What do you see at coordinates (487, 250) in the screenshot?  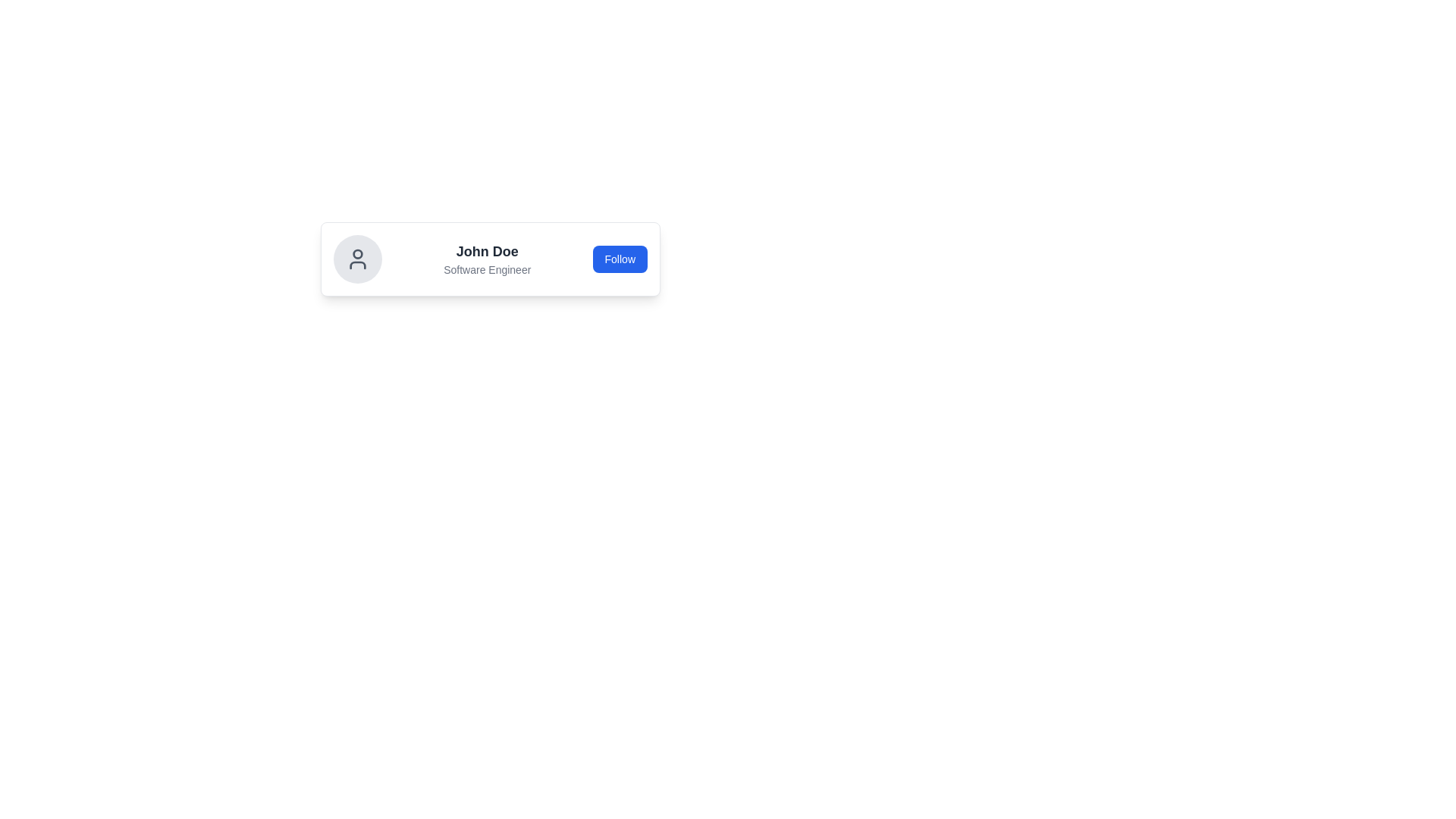 I see `the text label displaying 'John Doe', which is in a bold and large font located above the text 'Software Engineer' within a user information card` at bounding box center [487, 250].